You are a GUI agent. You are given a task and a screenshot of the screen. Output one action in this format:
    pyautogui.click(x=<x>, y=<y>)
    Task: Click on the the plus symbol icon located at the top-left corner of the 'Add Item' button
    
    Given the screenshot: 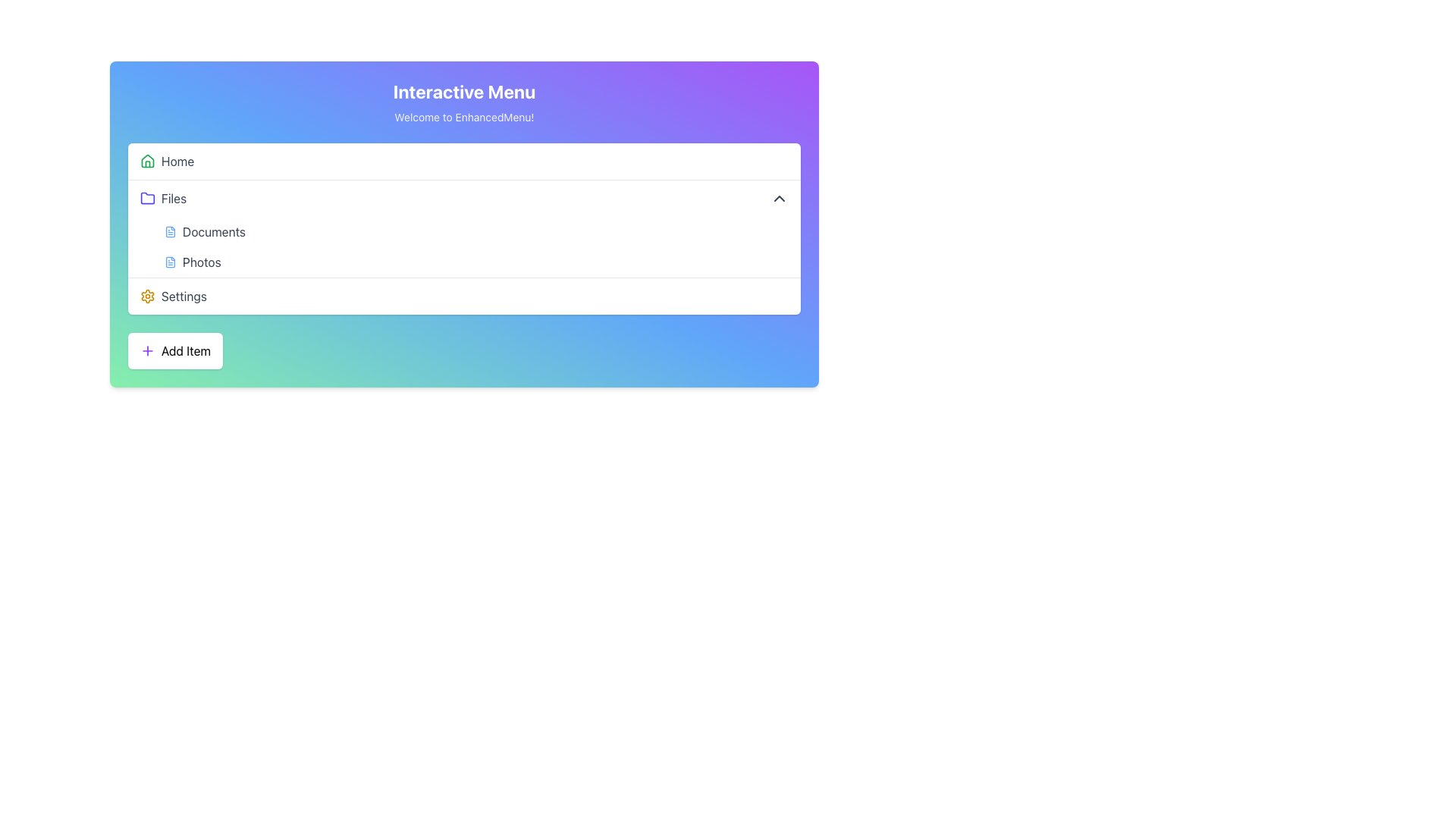 What is the action you would take?
    pyautogui.click(x=148, y=350)
    